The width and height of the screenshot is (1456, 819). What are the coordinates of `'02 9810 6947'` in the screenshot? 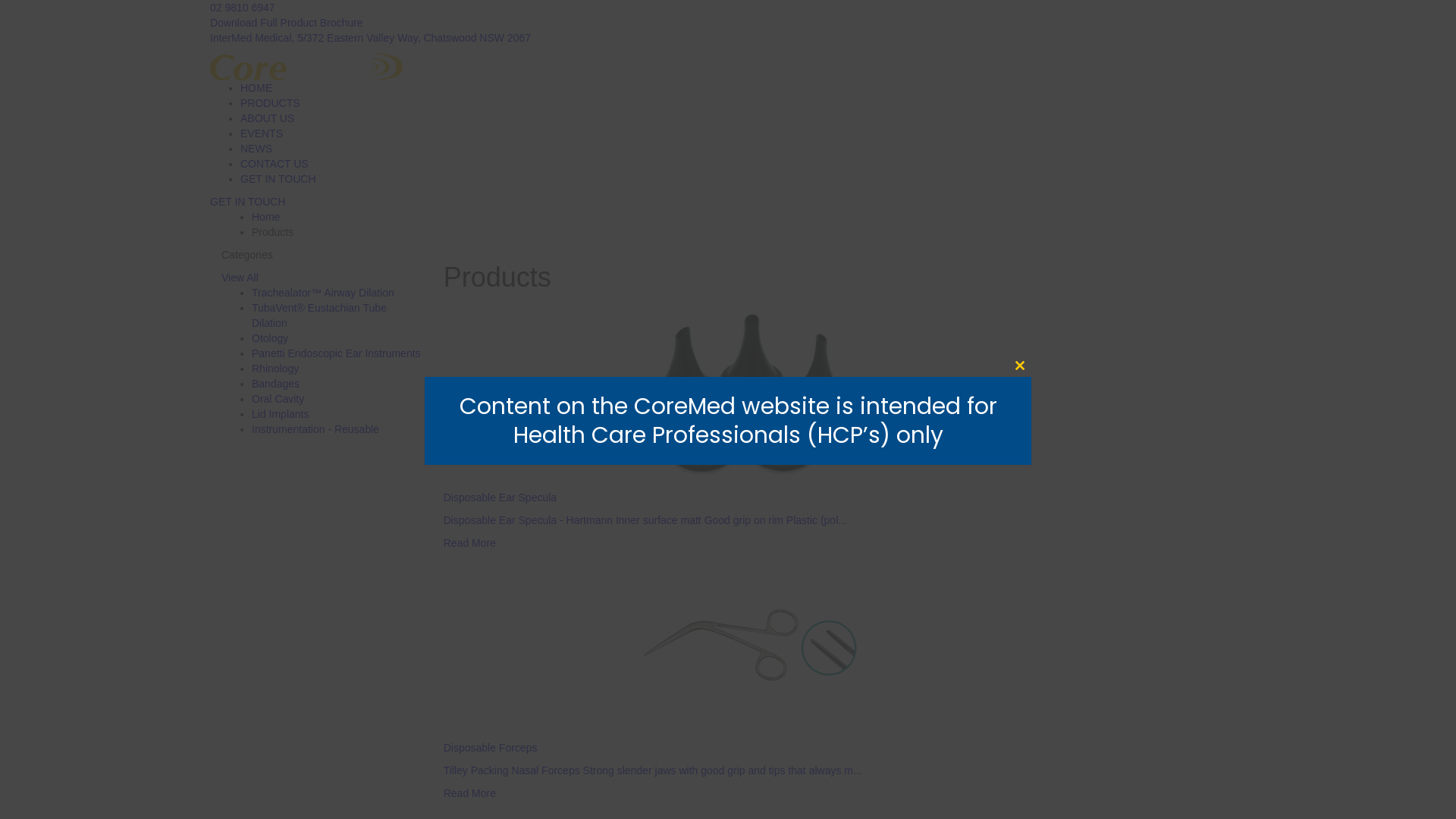 It's located at (243, 8).